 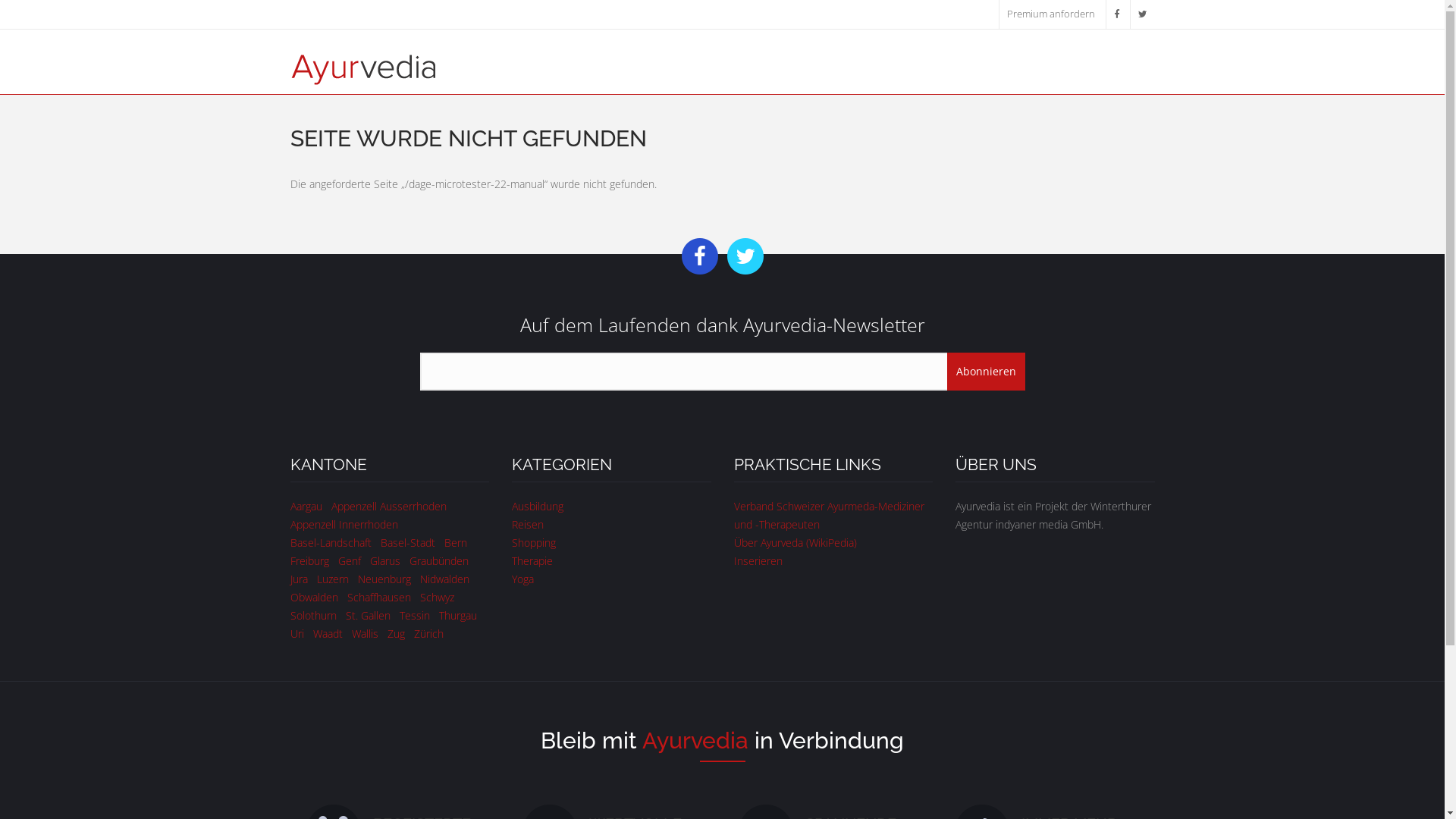 I want to click on 'Premium anfordern', so click(x=1050, y=14).